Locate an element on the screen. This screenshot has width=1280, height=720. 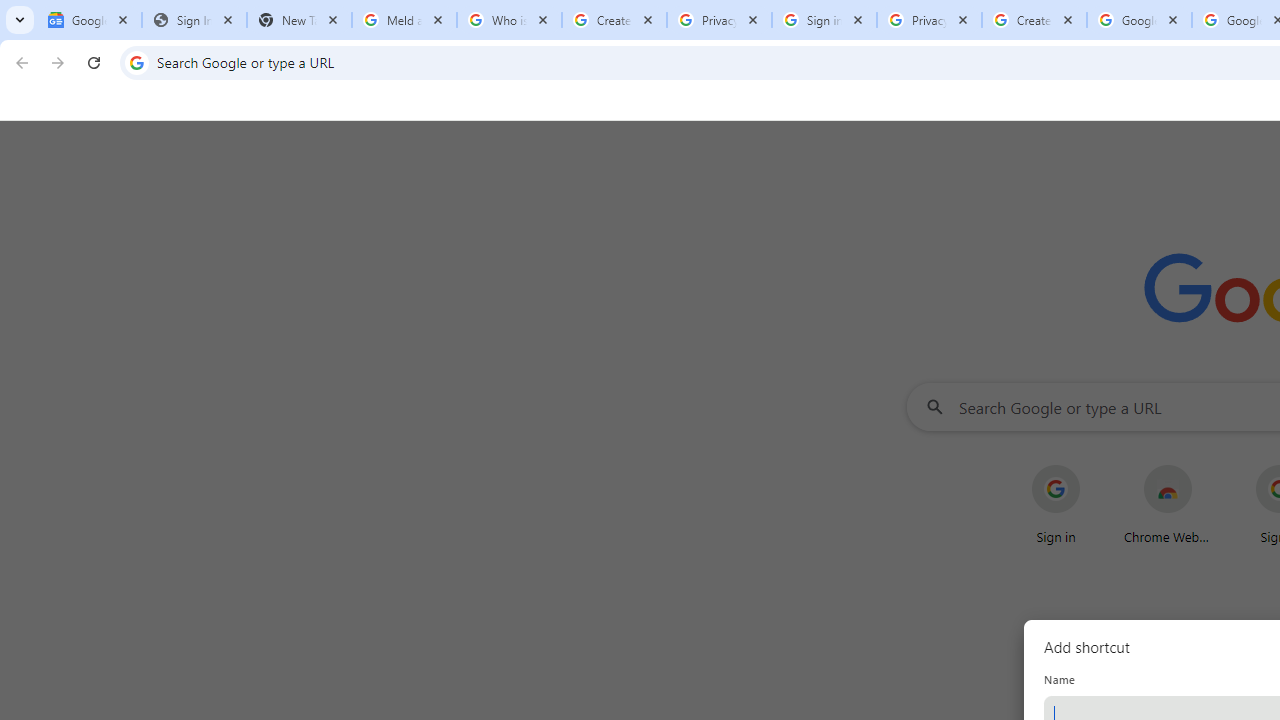
'Who is my administrator? - Google Account Help' is located at coordinates (509, 20).